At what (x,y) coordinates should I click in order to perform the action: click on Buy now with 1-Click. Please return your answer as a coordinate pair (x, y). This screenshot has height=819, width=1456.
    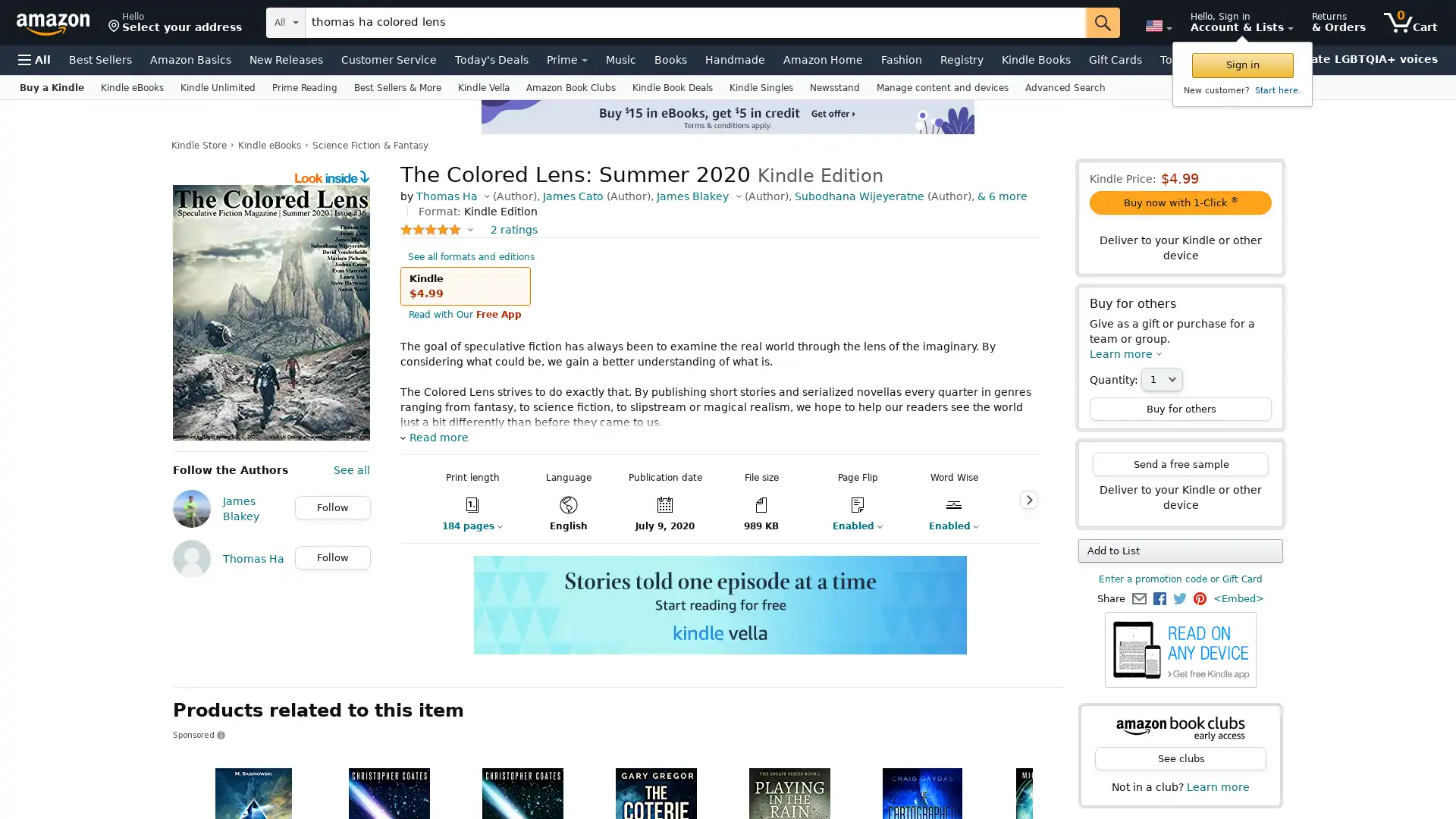
    Looking at the image, I should click on (1179, 202).